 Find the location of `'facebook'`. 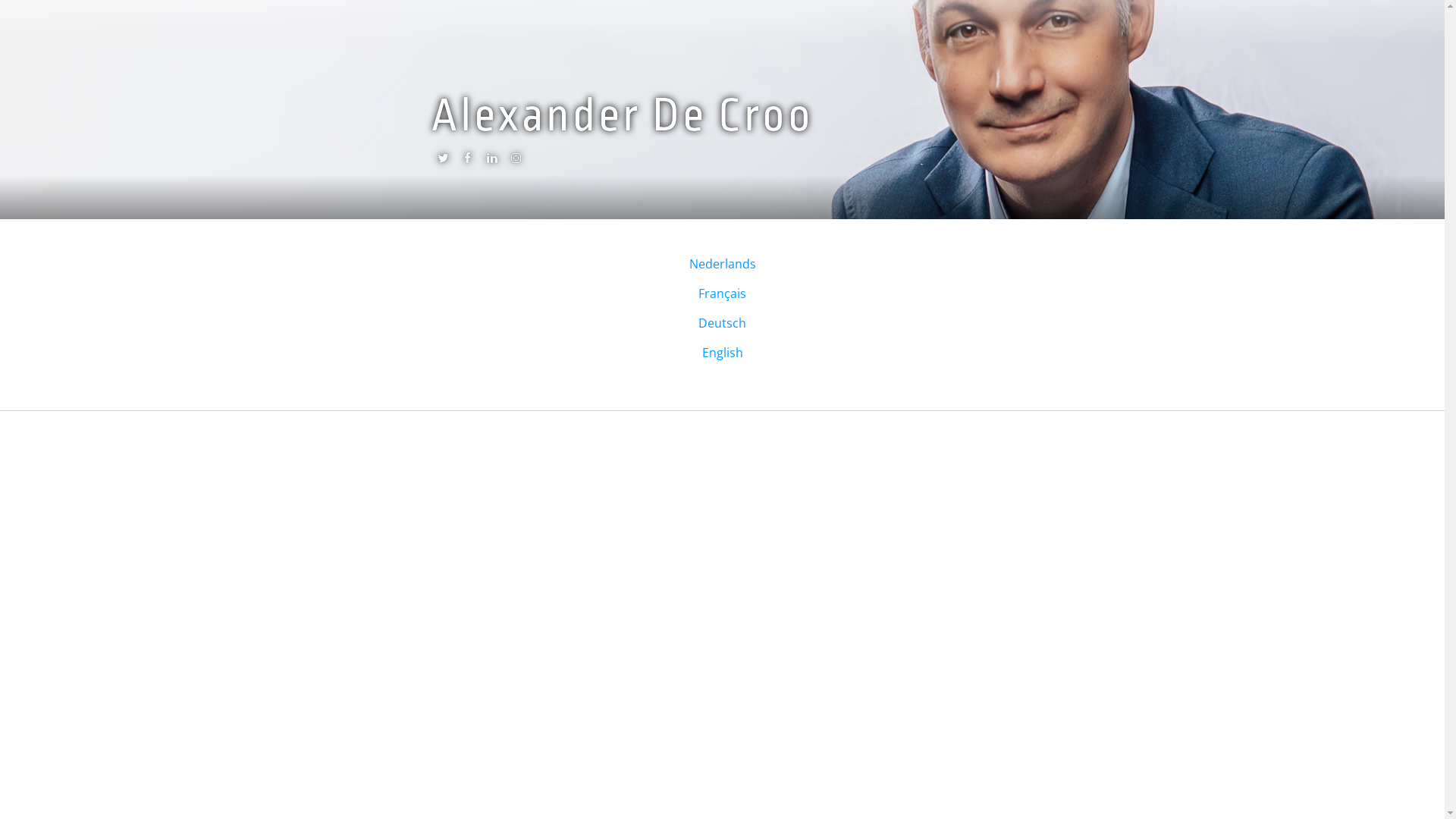

'facebook' is located at coordinates (466, 161).